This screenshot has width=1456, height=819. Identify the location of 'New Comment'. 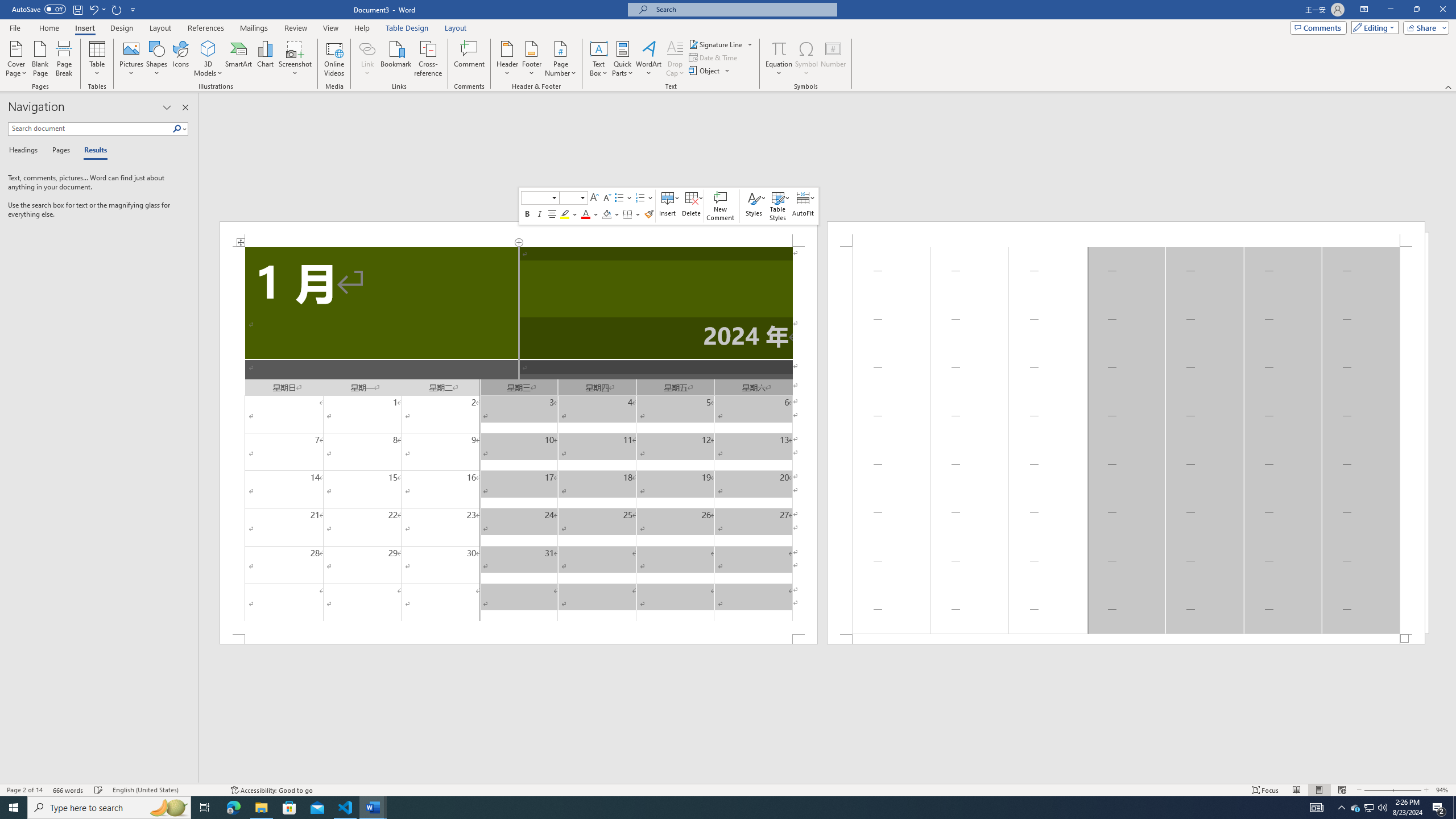
(721, 205).